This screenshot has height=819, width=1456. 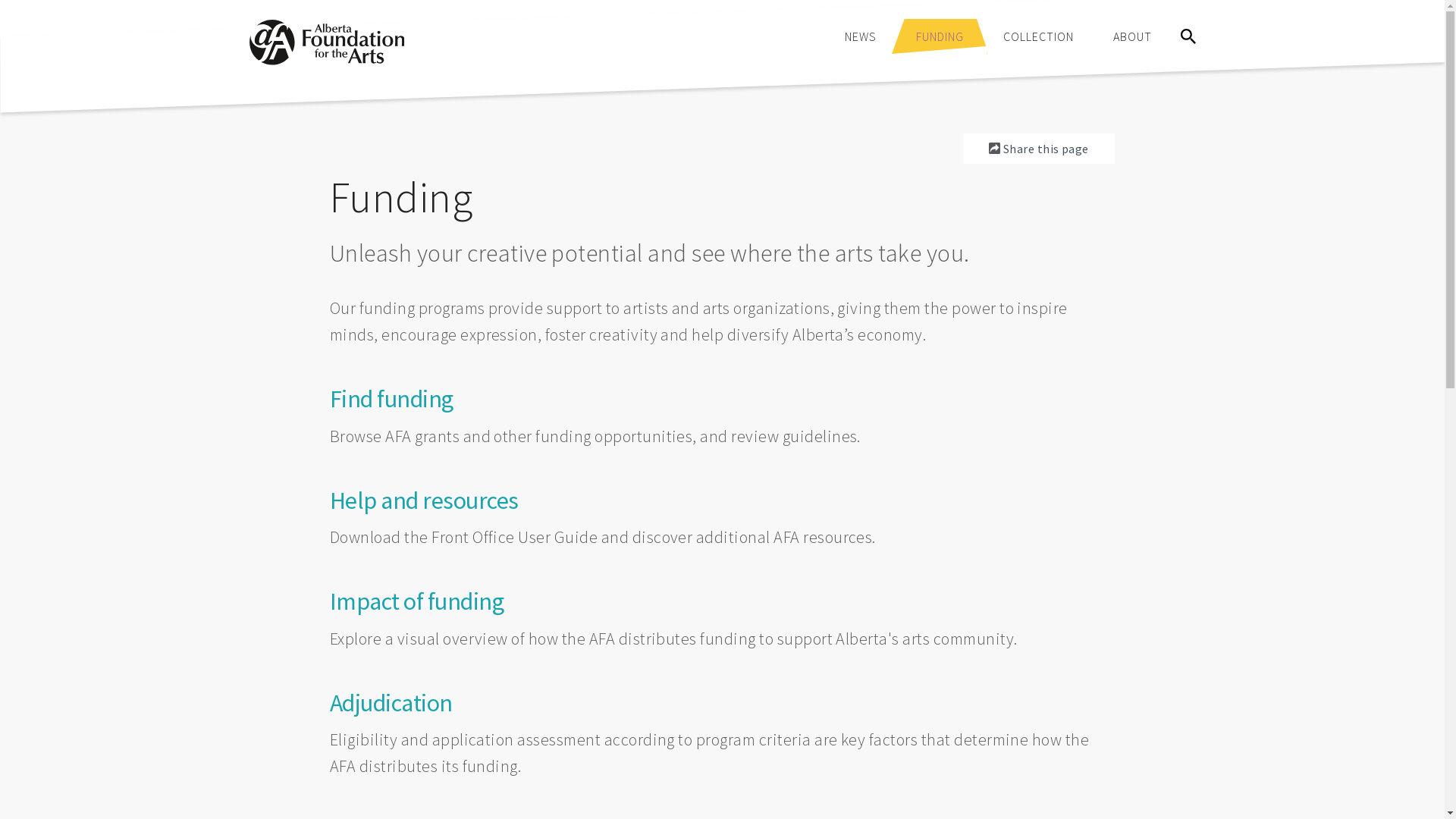 I want to click on 'Impact of funding', so click(x=417, y=601).